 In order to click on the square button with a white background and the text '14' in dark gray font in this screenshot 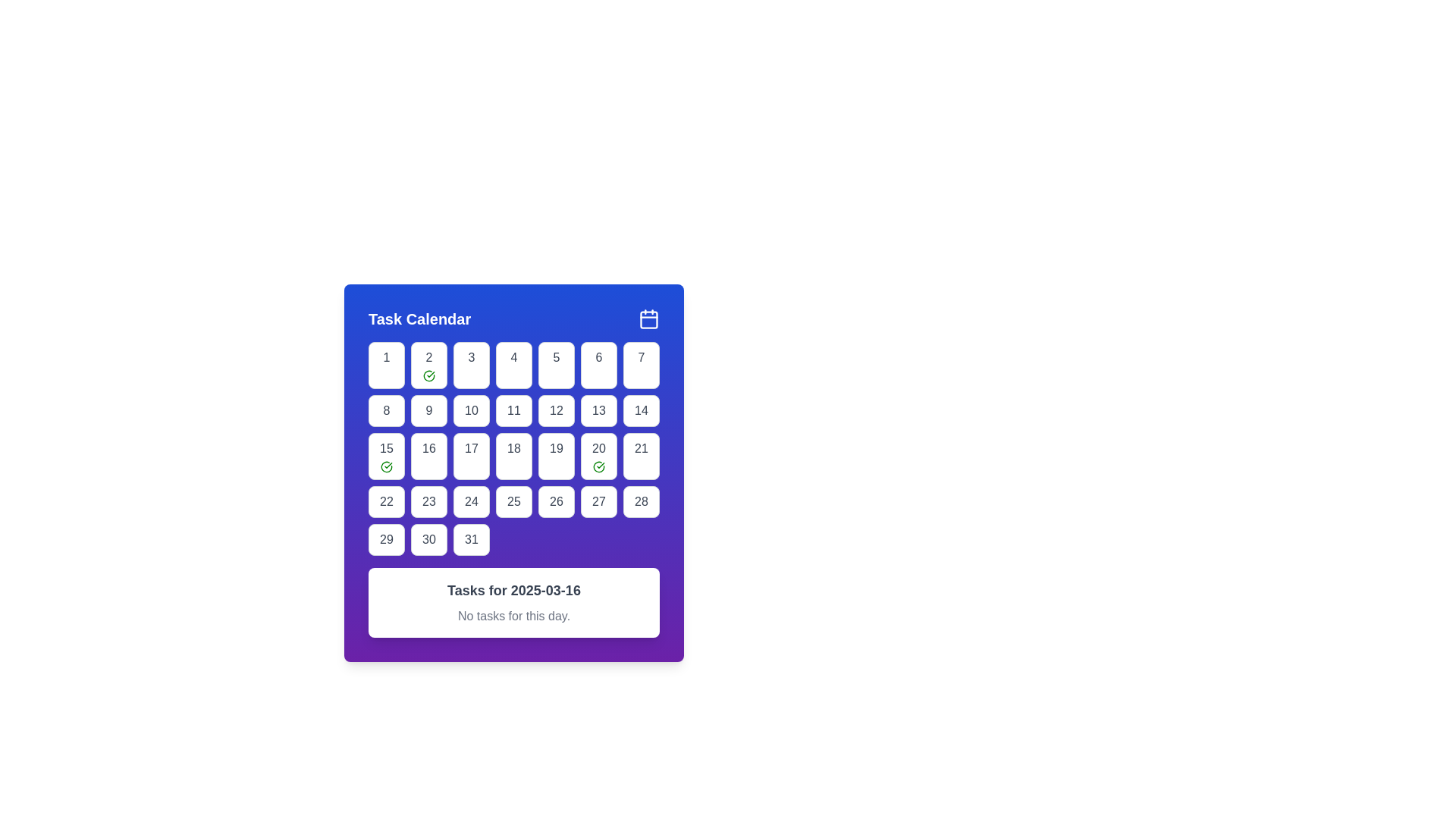, I will do `click(641, 411)`.